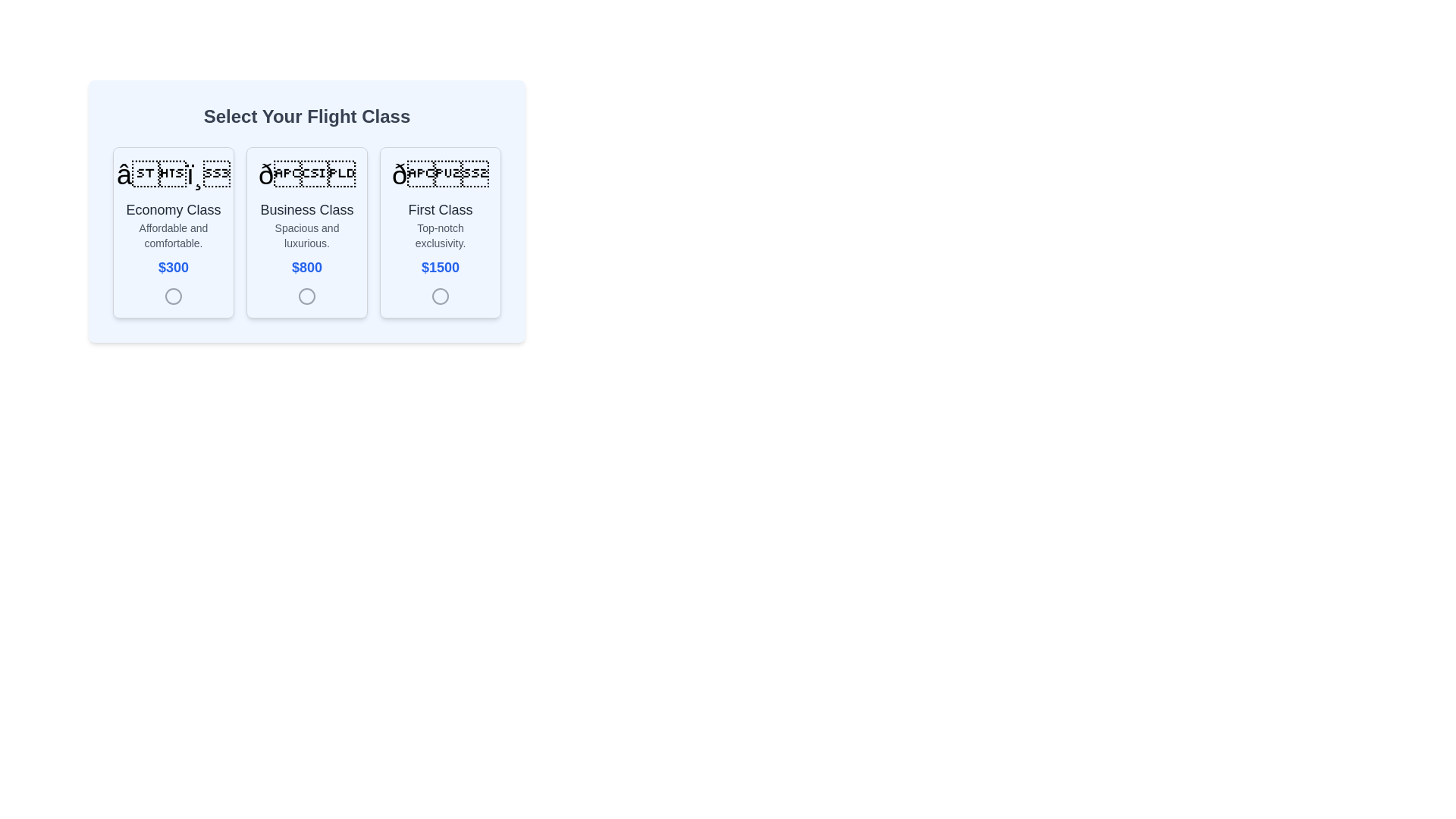  What do you see at coordinates (306, 296) in the screenshot?
I see `the circular icon with a gray border located at the bottom-center of the 'Business Class' card` at bounding box center [306, 296].